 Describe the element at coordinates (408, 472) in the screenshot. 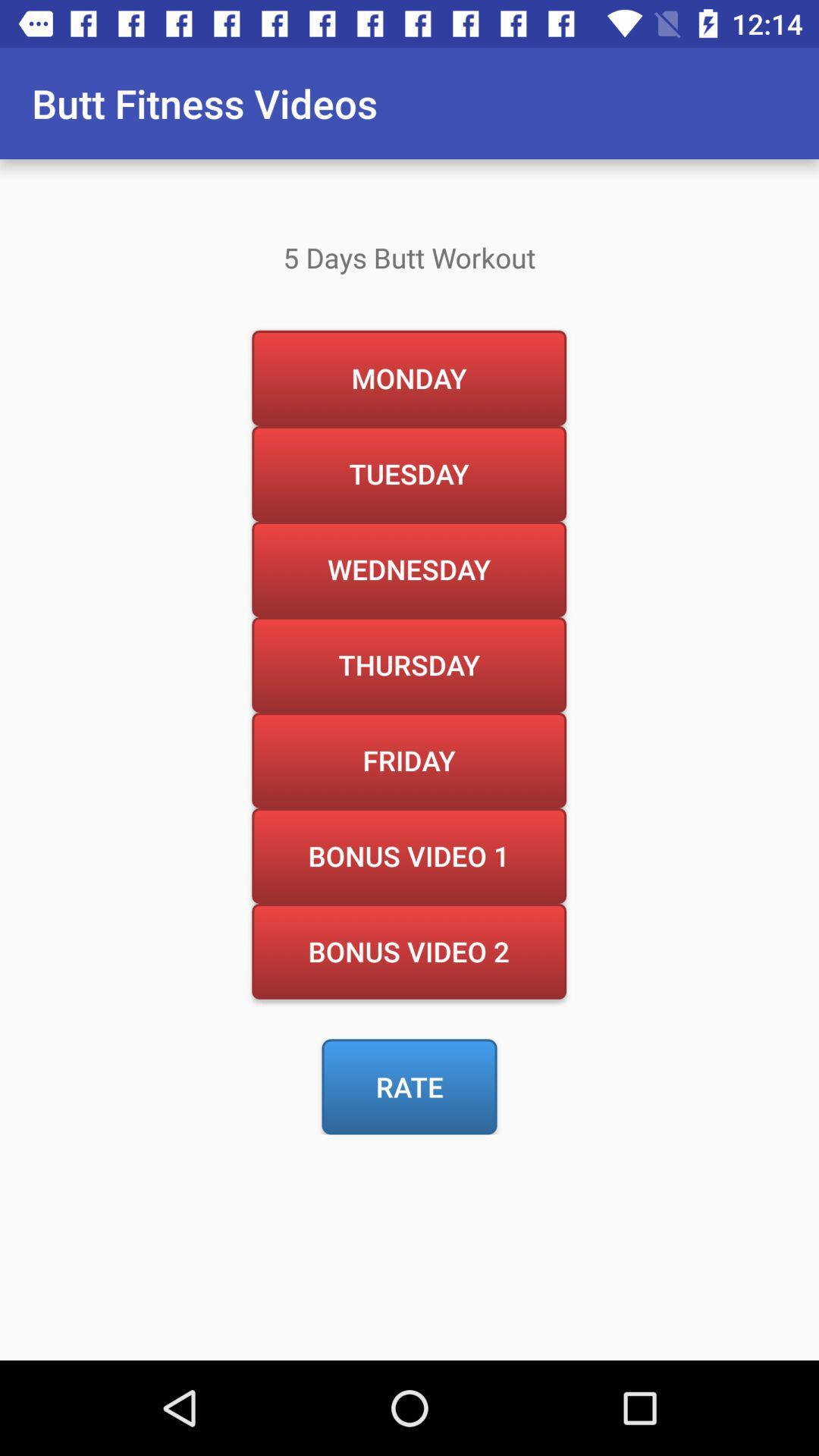

I see `tuesday` at that location.